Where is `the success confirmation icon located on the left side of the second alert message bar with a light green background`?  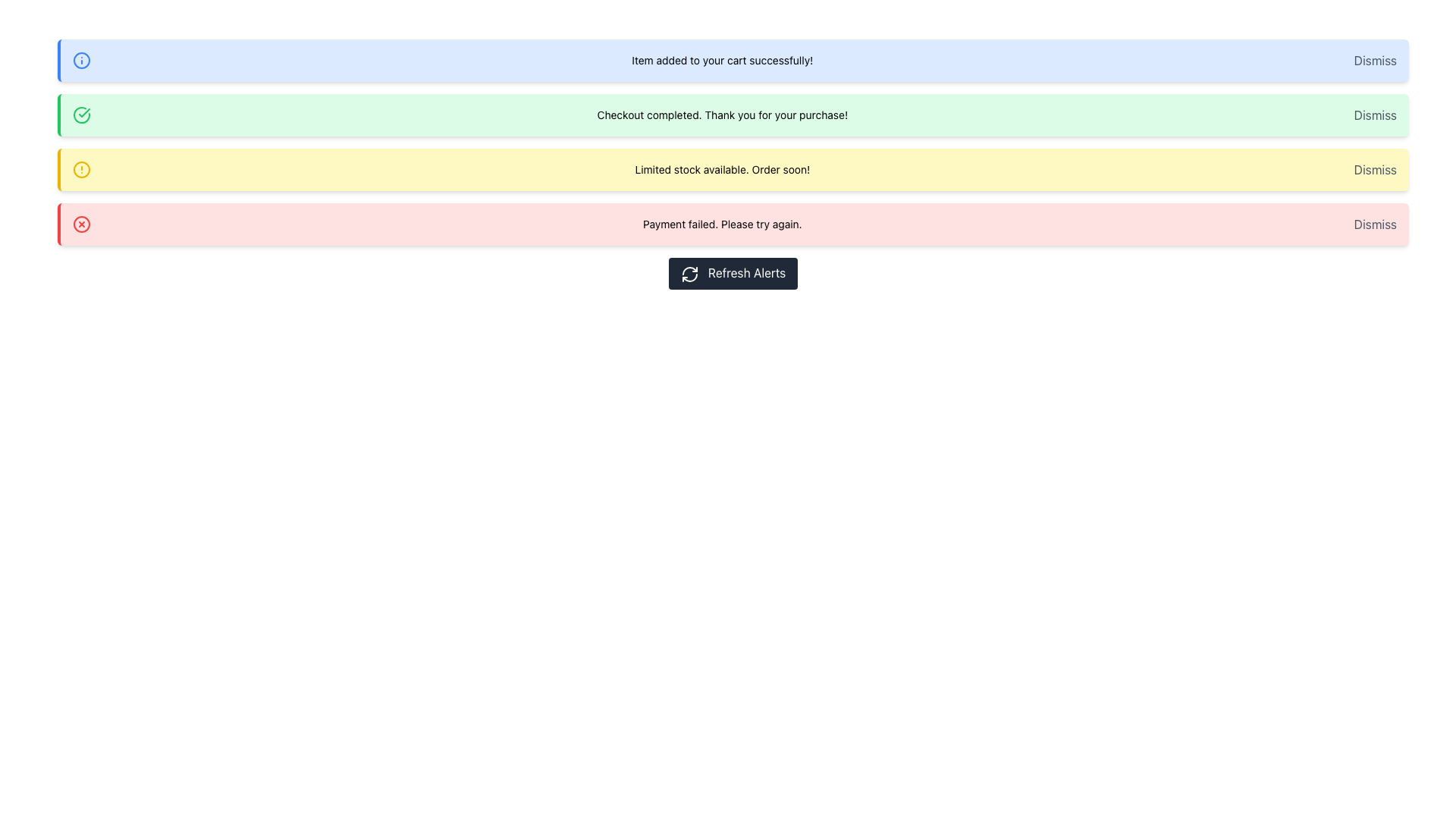
the success confirmation icon located on the left side of the second alert message bar with a light green background is located at coordinates (83, 112).